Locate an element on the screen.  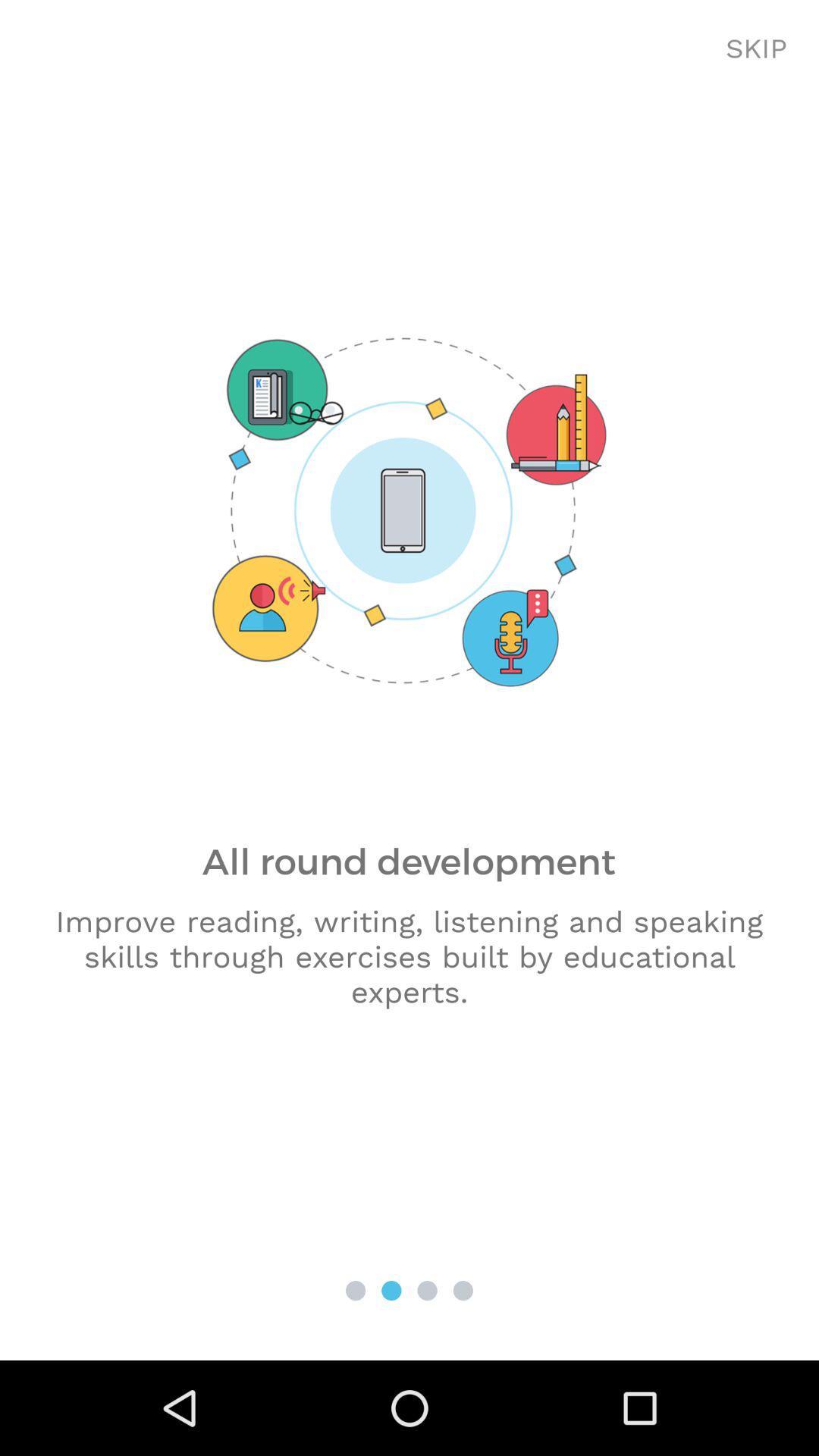
skip is located at coordinates (756, 49).